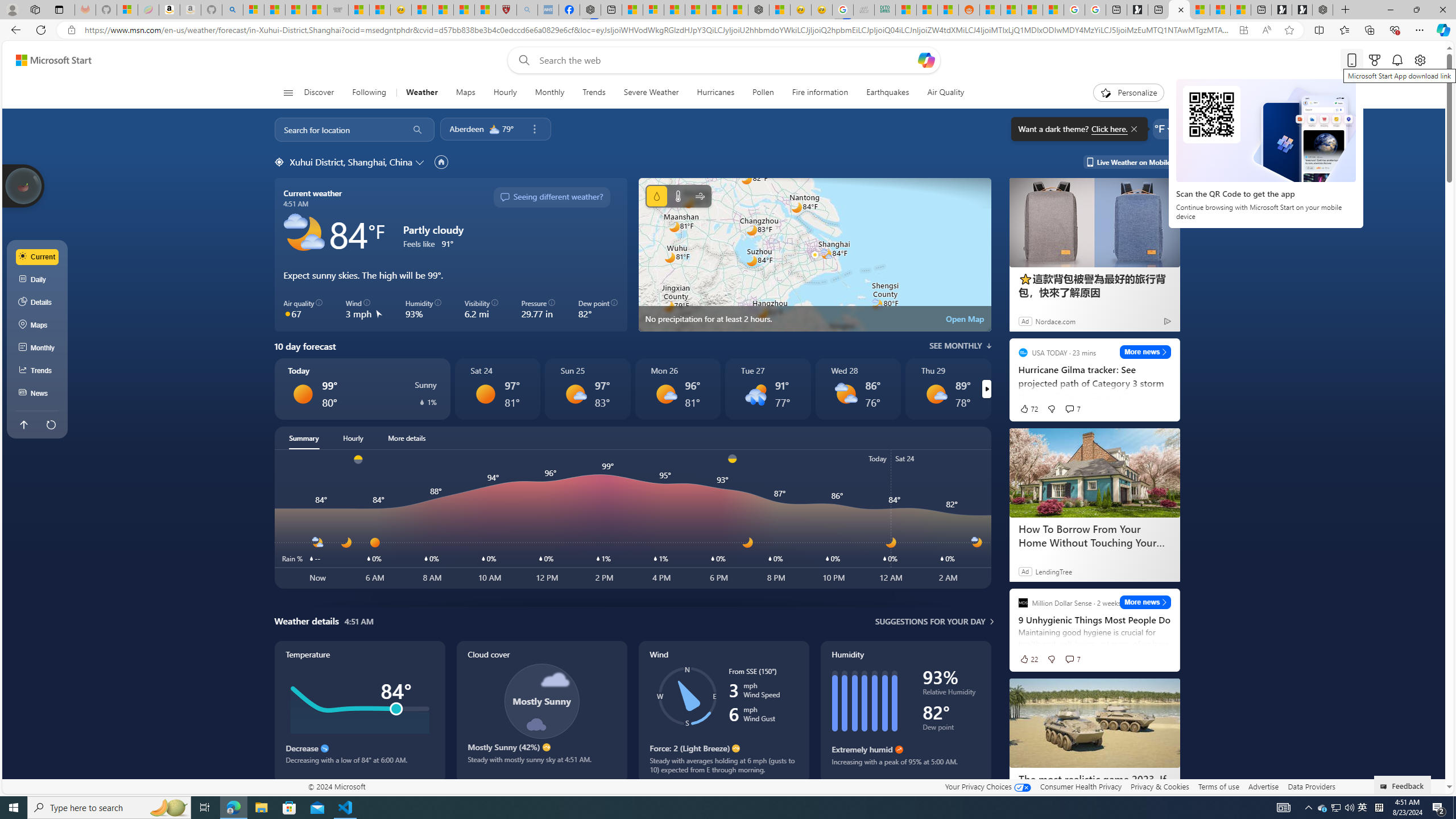 The width and height of the screenshot is (1456, 819). Describe the element at coordinates (715, 92) in the screenshot. I see `'Hurricanes'` at that location.